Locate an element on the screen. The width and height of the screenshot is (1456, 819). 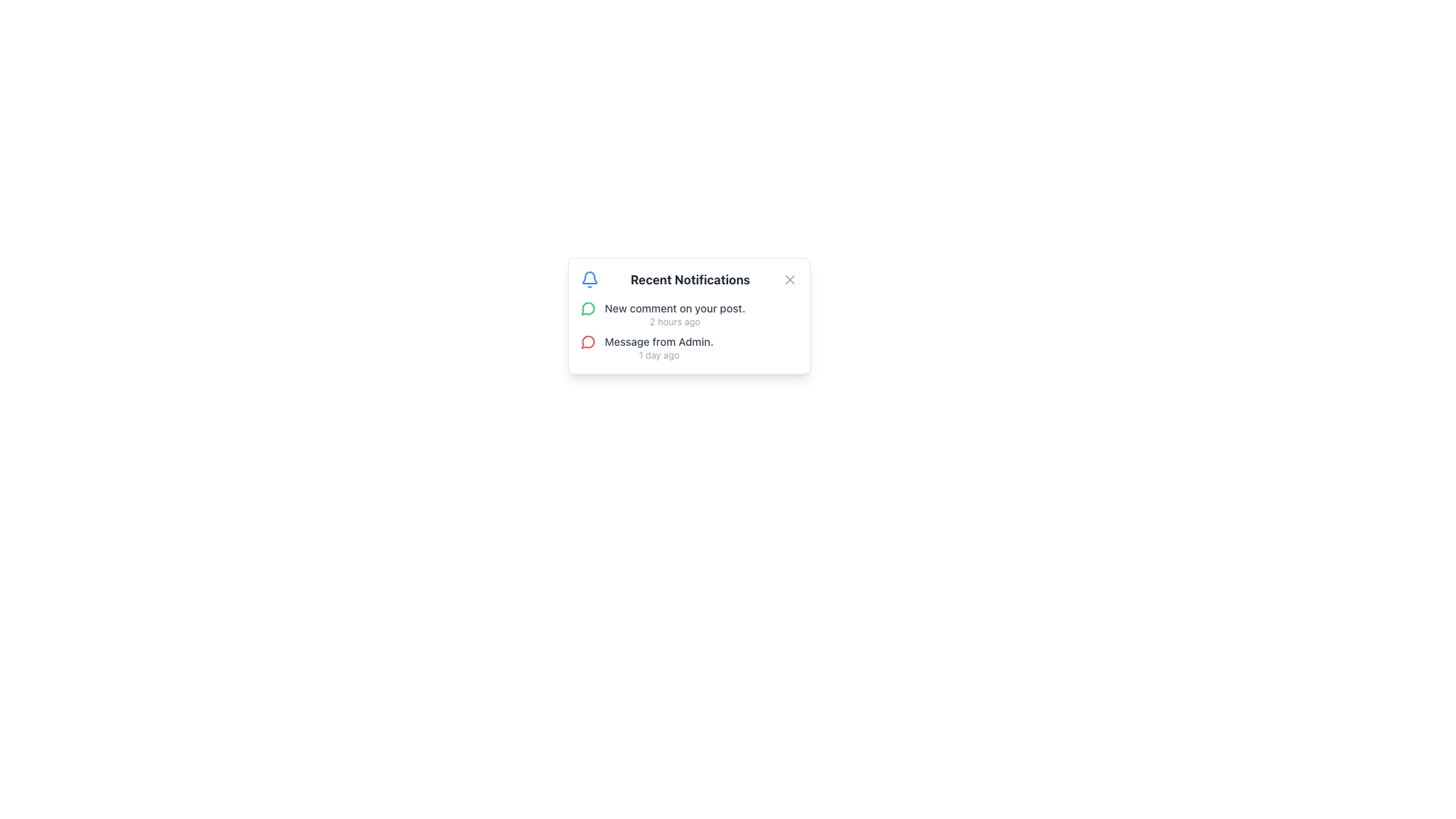
the List item notification message that reads 'Message from Admin.' with the timestamp '1 day ago', located in the notification area below 'New comment on your post. 2 hours ago' is located at coordinates (659, 348).